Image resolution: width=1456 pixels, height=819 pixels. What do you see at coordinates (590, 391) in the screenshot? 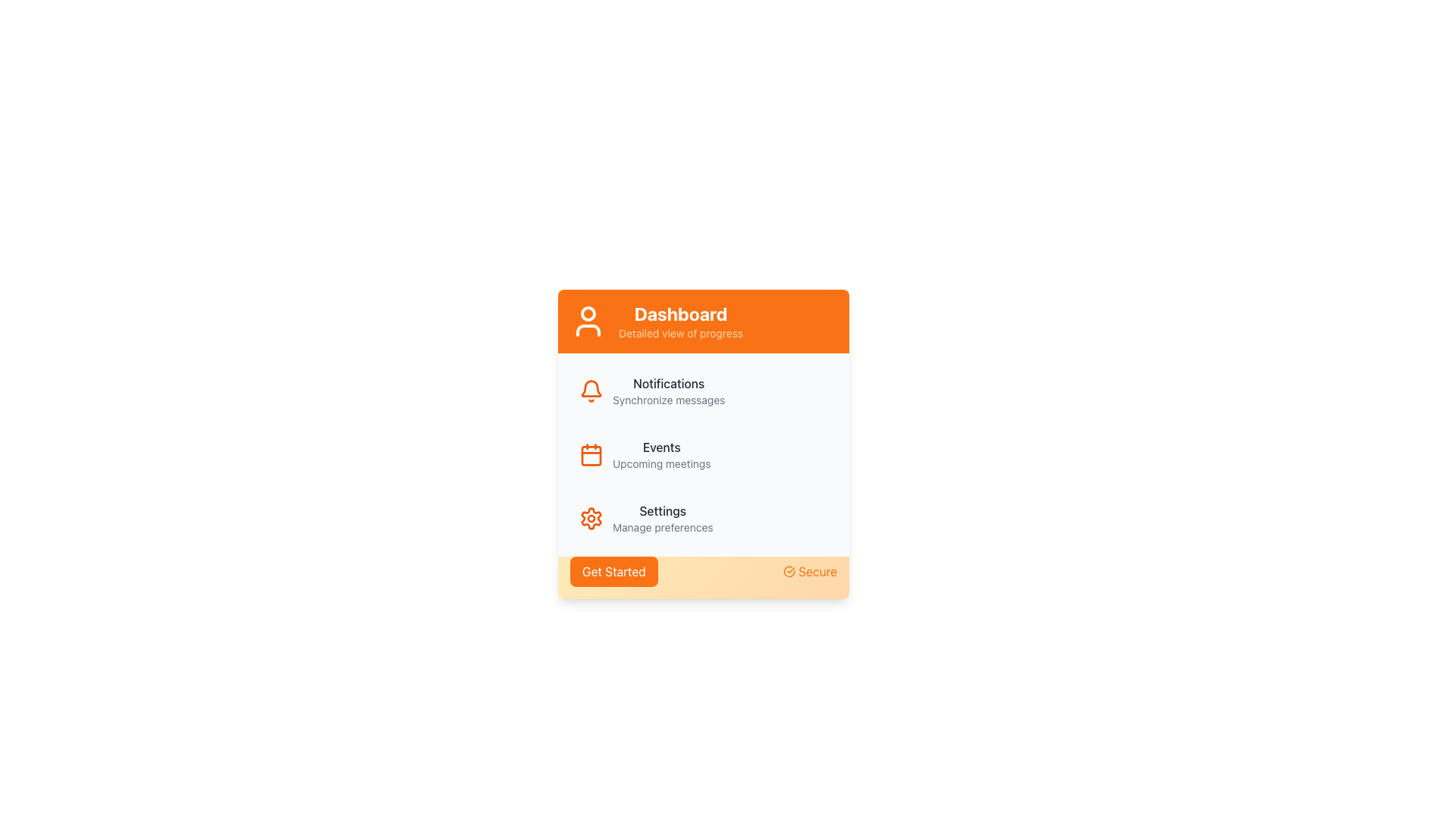
I see `the orange bell-shaped icon located to the left of the 'Notifications' label in the vertical list of icons` at bounding box center [590, 391].